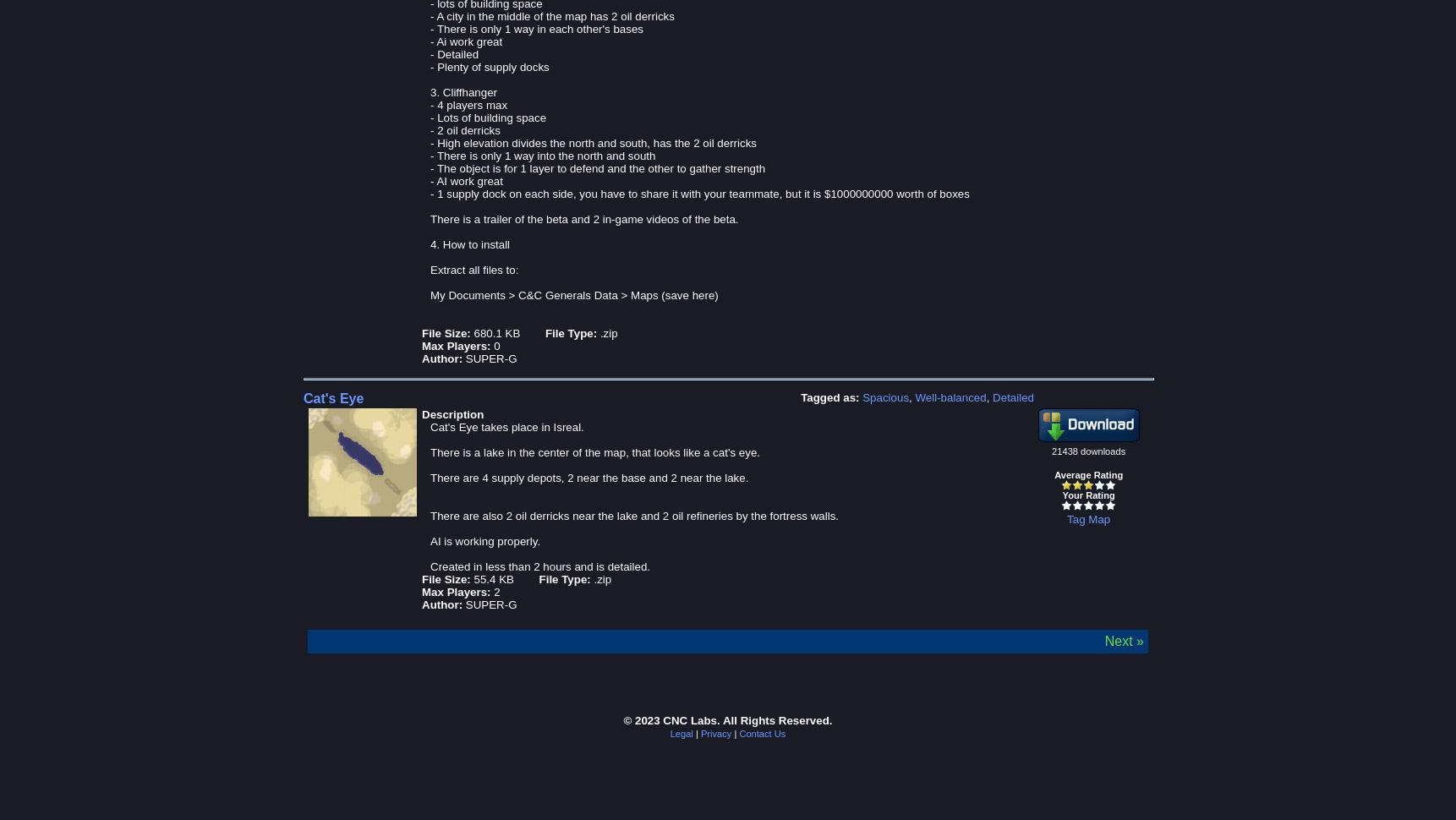 The image size is (1456, 820). What do you see at coordinates (950, 396) in the screenshot?
I see `'Well-balanced'` at bounding box center [950, 396].